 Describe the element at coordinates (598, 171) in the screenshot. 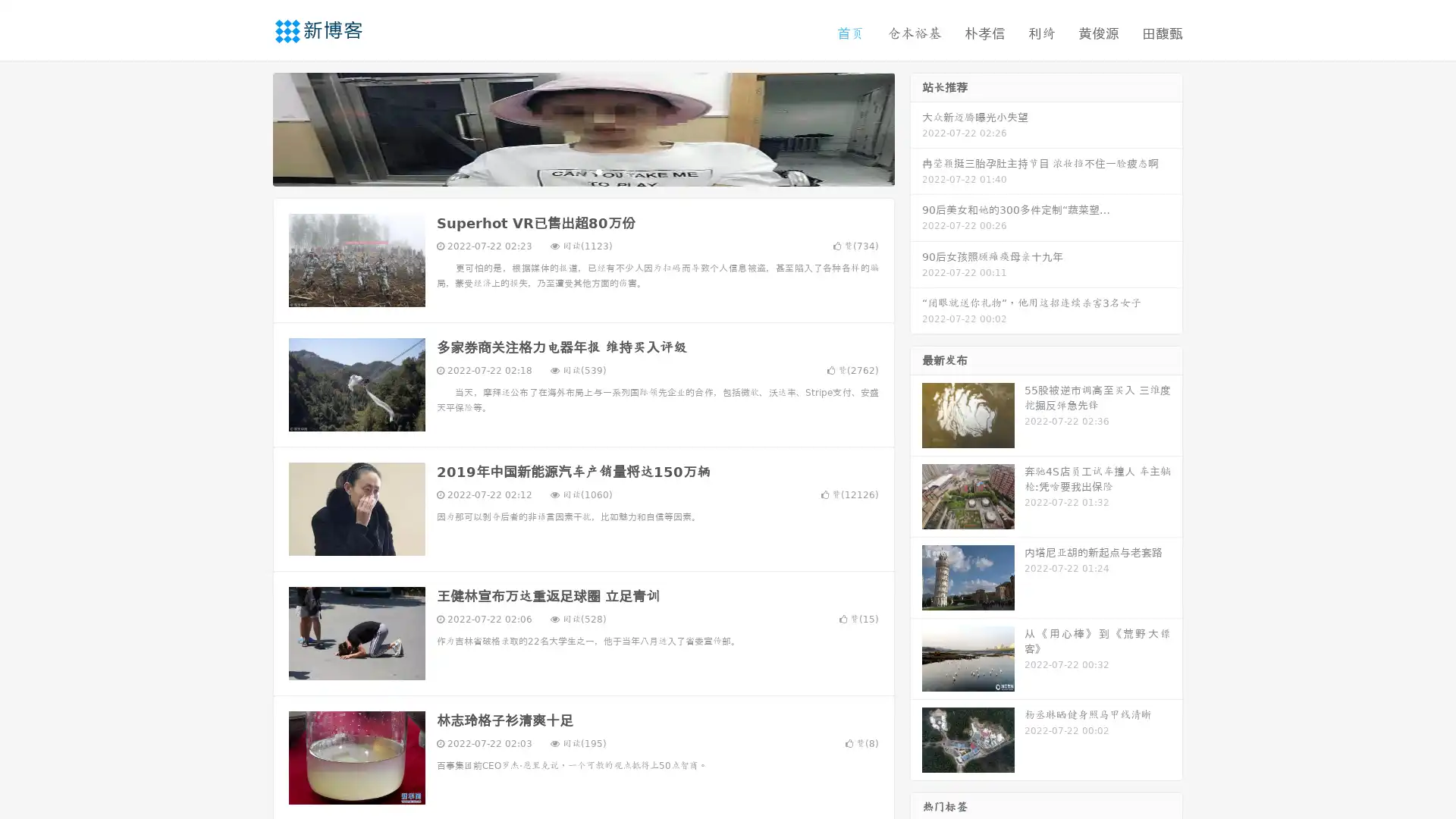

I see `Go to slide 3` at that location.